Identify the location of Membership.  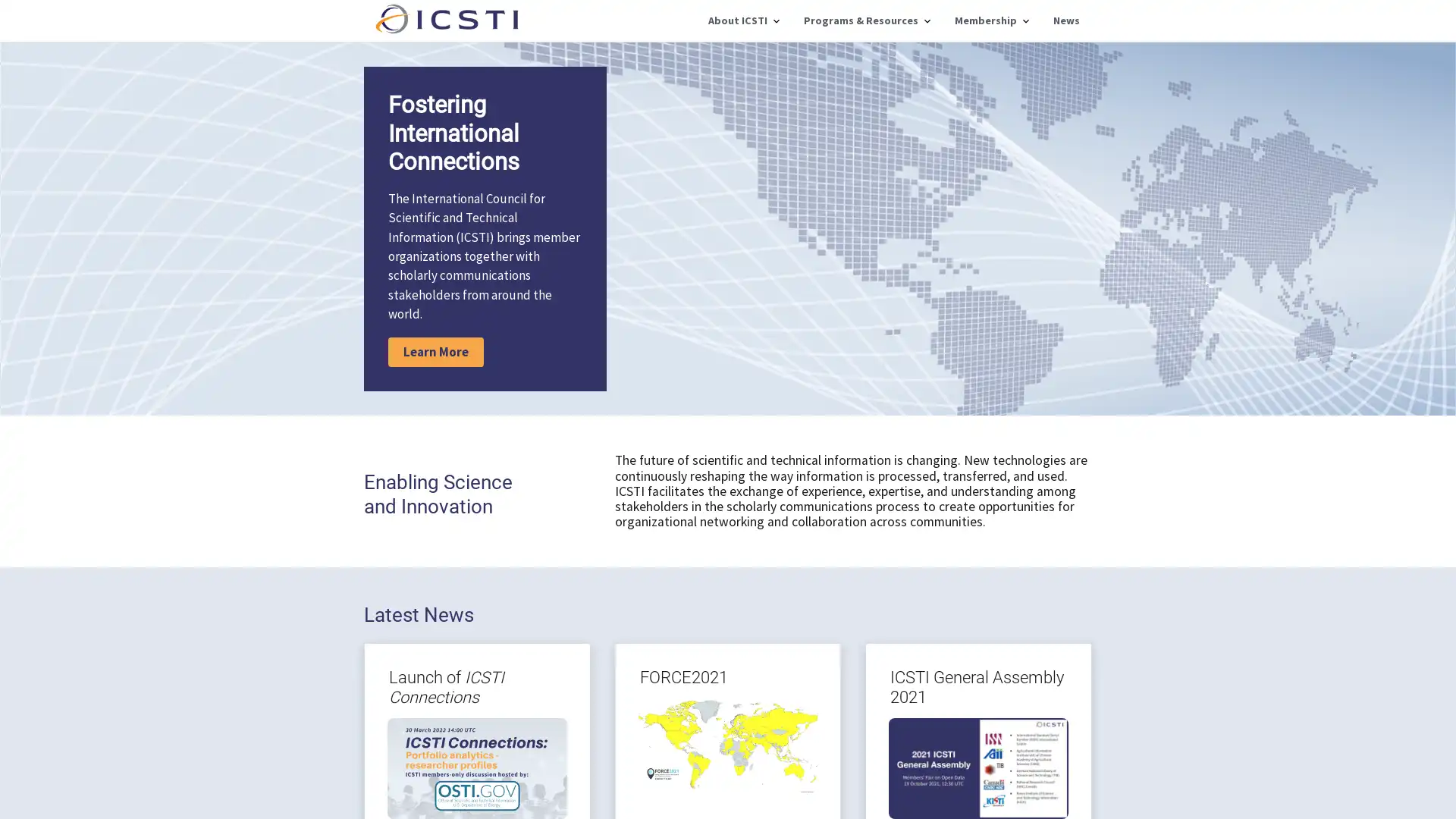
(991, 20).